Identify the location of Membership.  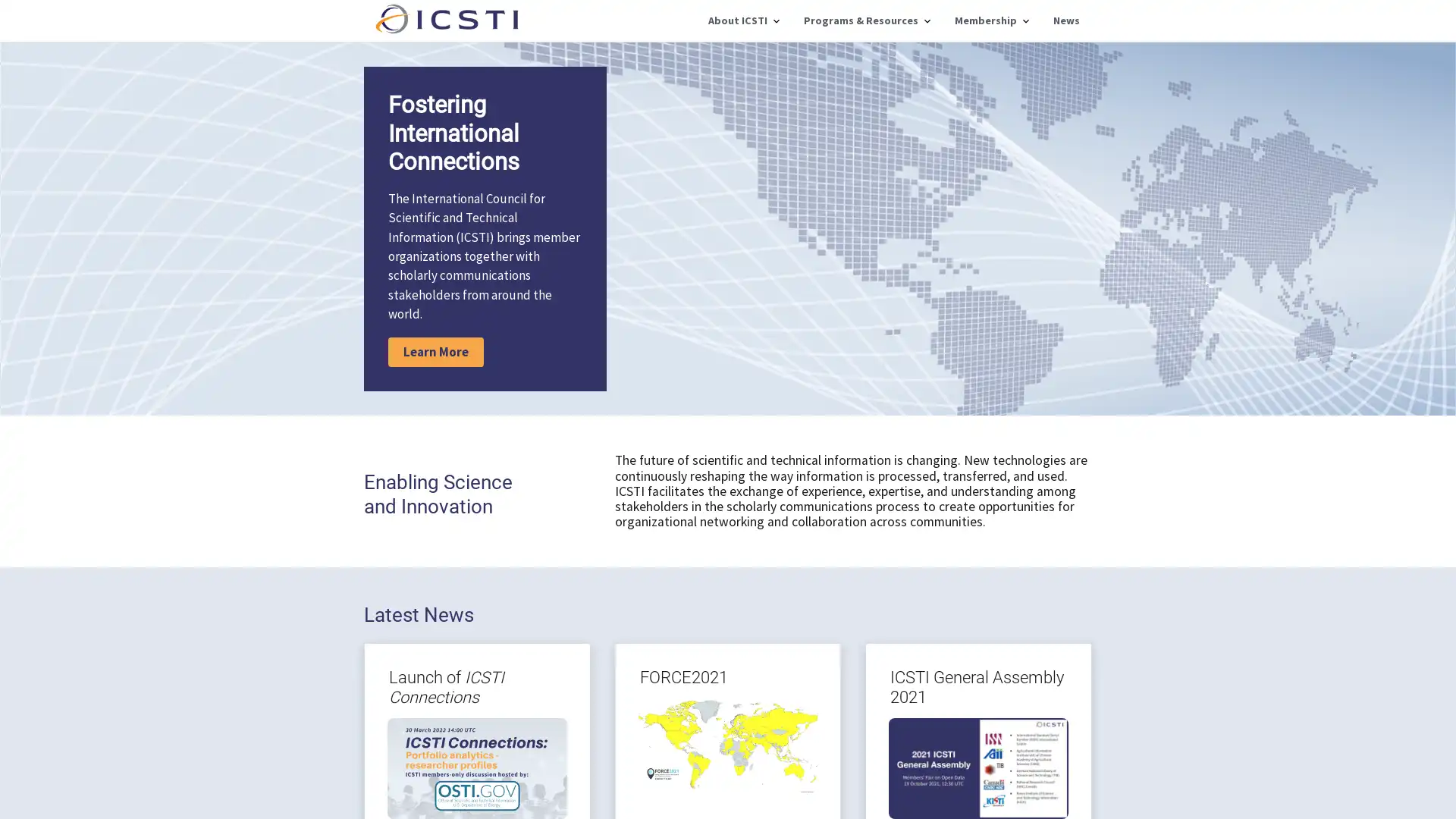
(991, 20).